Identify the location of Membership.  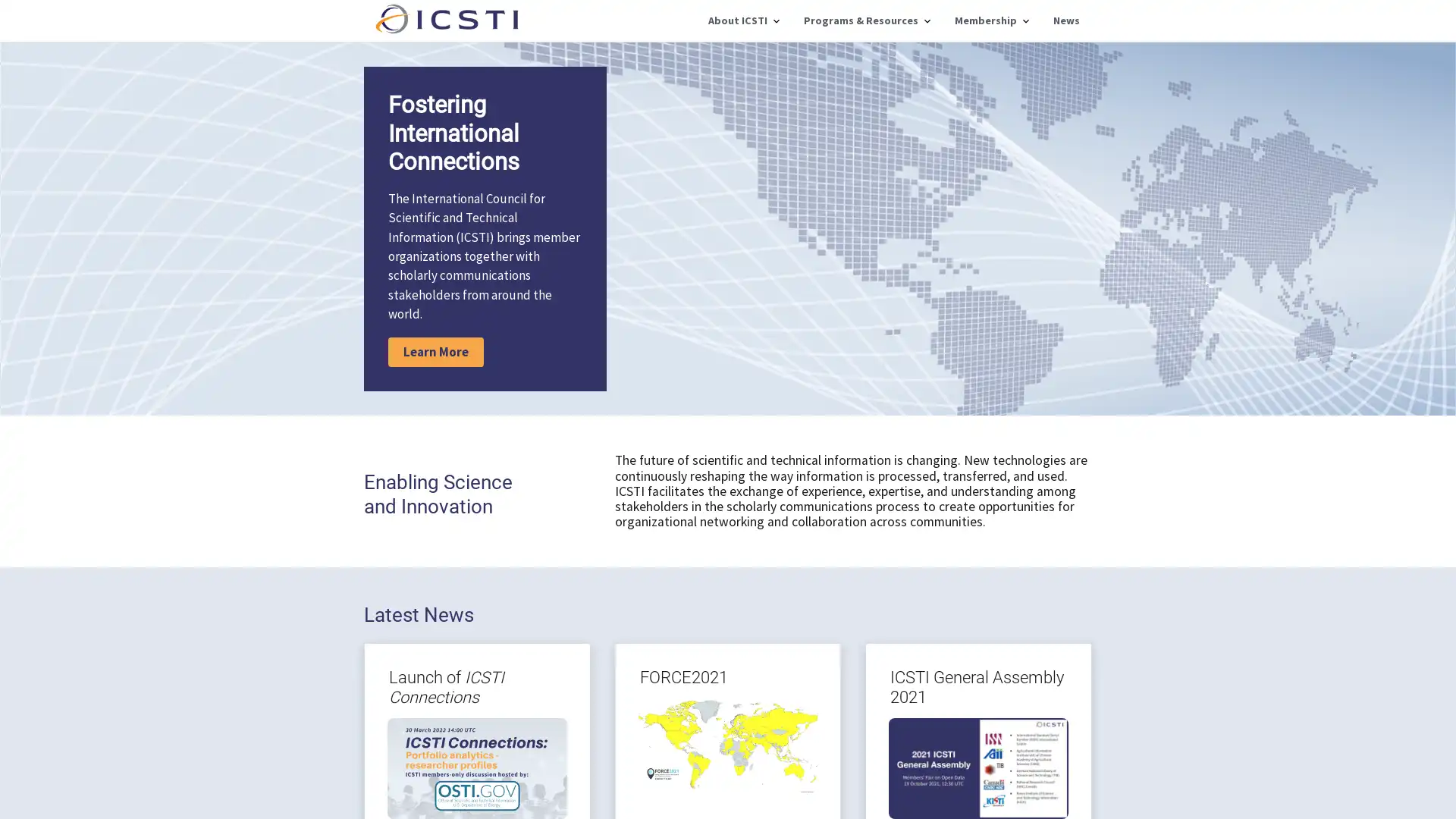
(991, 20).